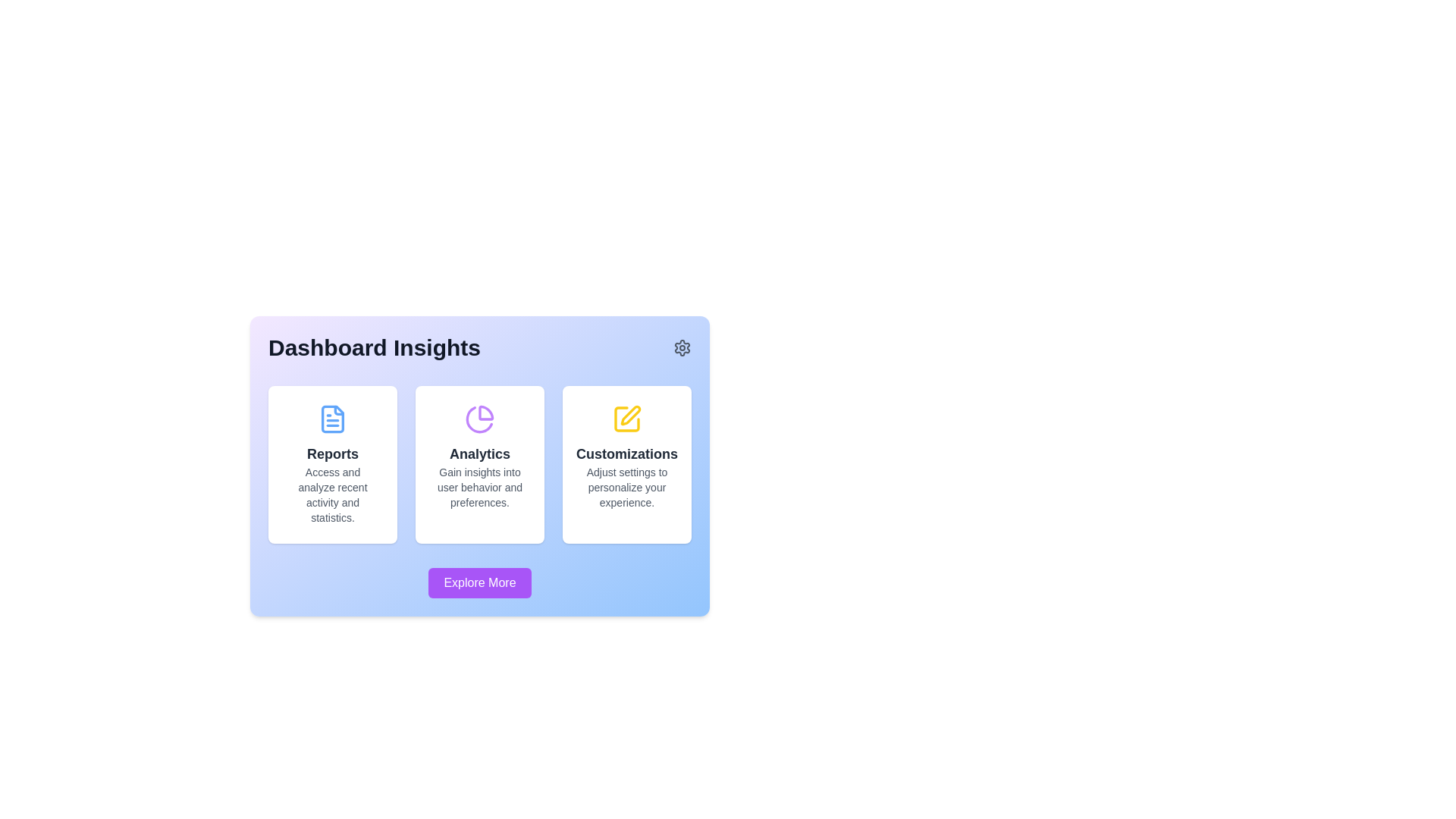 Image resolution: width=1456 pixels, height=819 pixels. What do you see at coordinates (479, 348) in the screenshot?
I see `title or heading text element located at the top of the panel, which is aligned with a gear icon on its far right` at bounding box center [479, 348].